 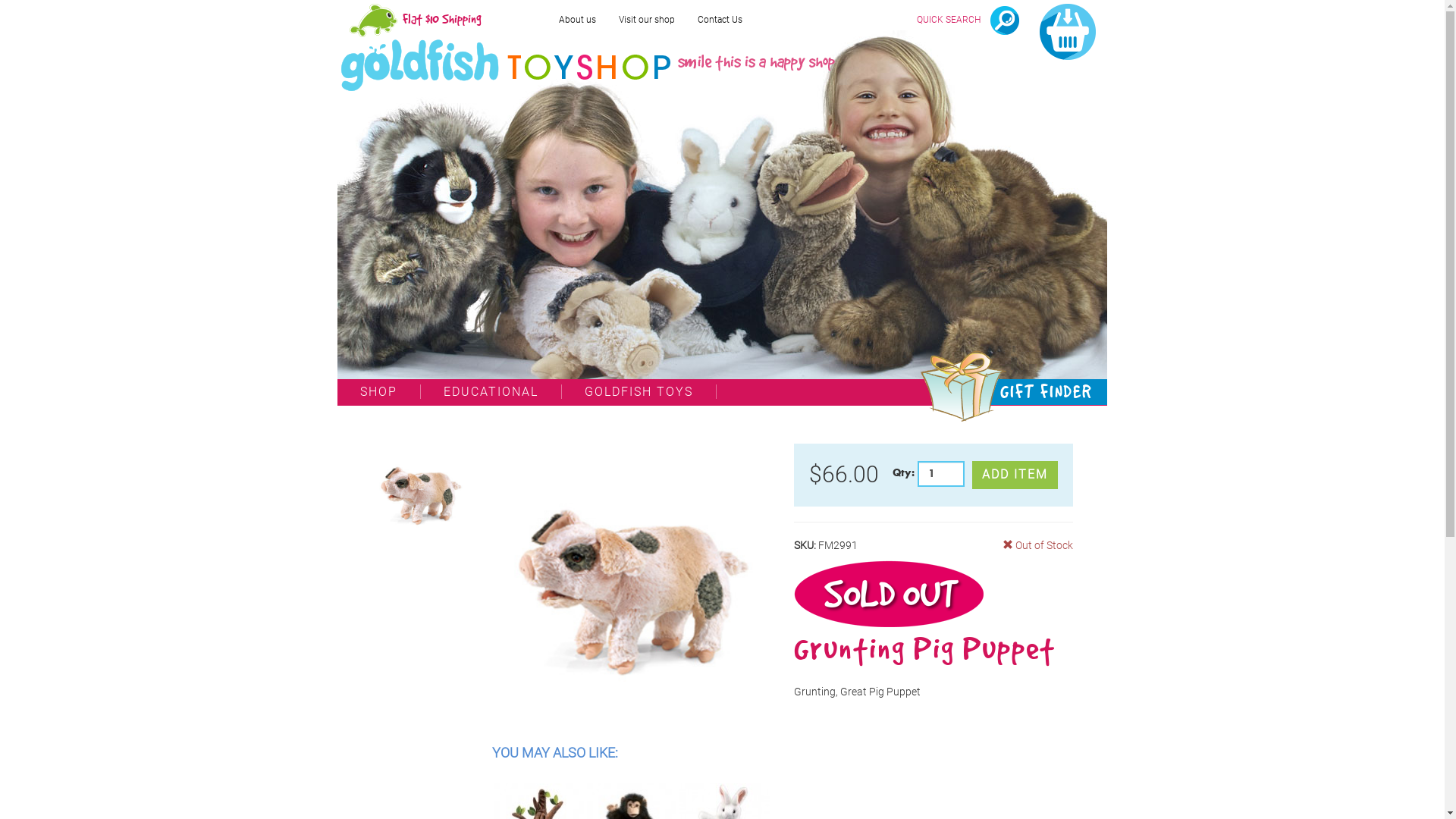 I want to click on 'QUICK SEARCH', so click(x=967, y=20).